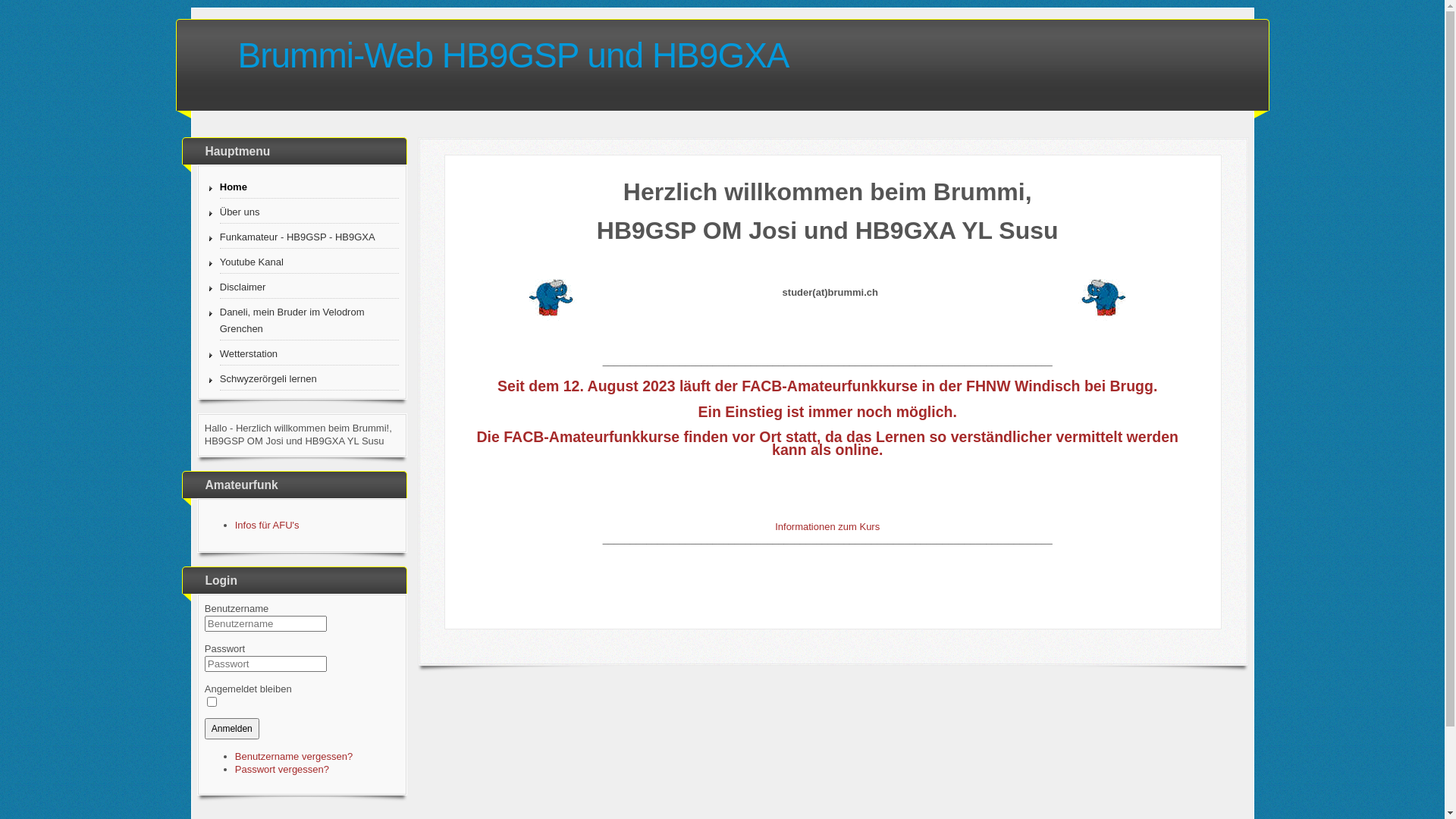 This screenshot has width=1456, height=819. I want to click on 'Seit', so click(510, 385).